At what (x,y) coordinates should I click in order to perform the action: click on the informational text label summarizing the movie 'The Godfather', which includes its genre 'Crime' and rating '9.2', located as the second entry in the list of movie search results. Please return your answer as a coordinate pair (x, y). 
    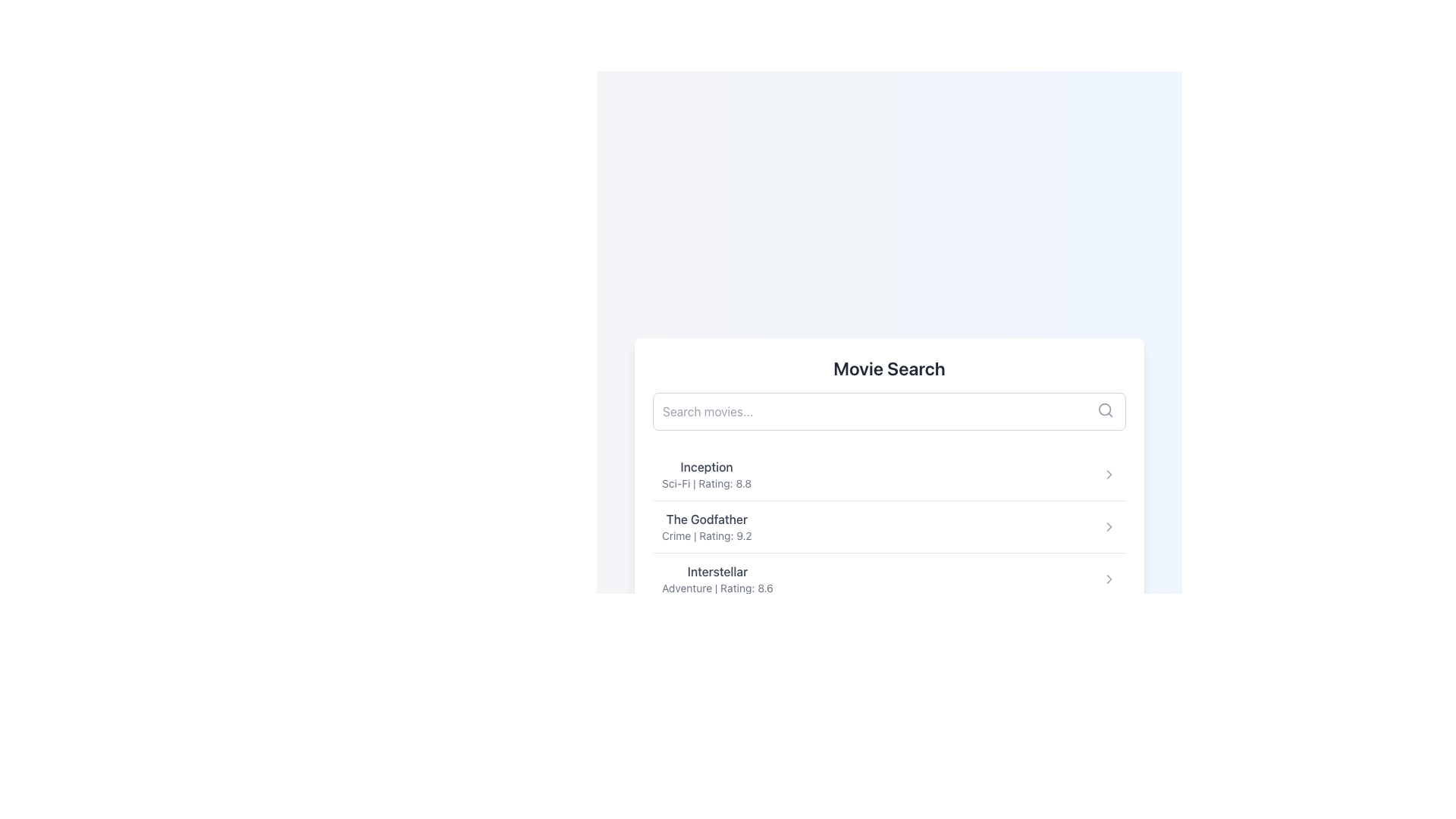
    Looking at the image, I should click on (706, 526).